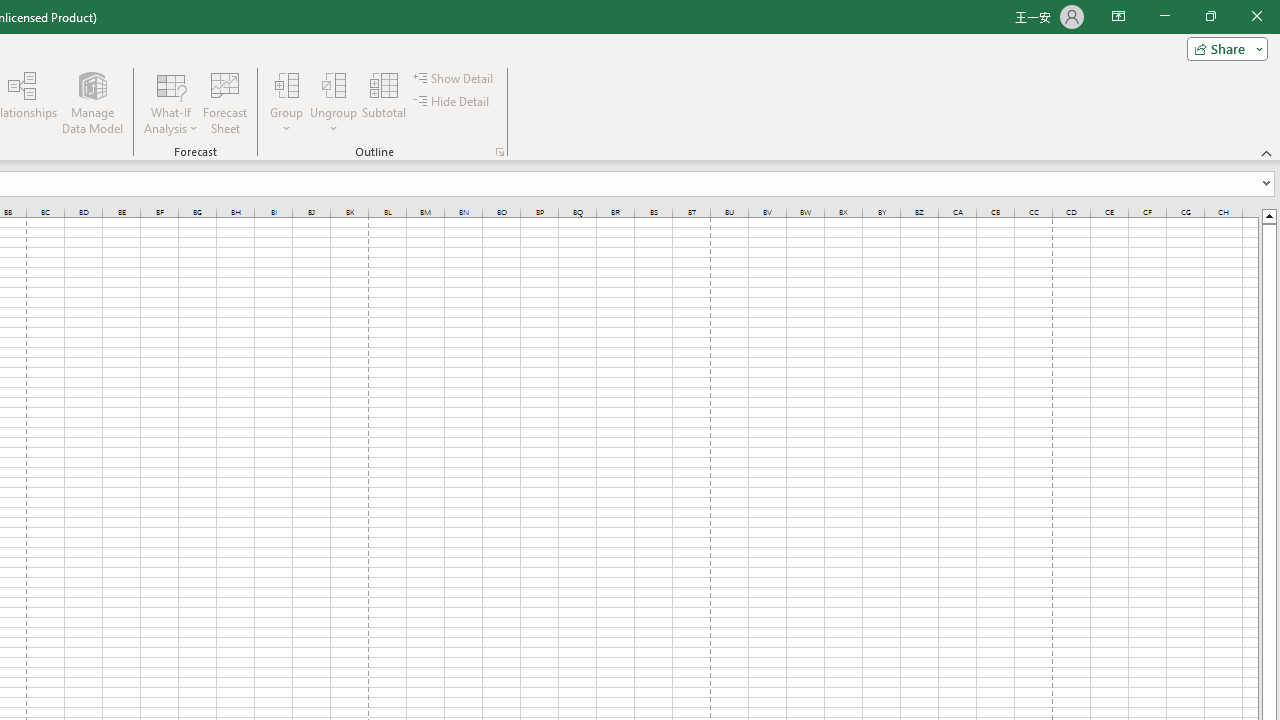 Image resolution: width=1280 pixels, height=720 pixels. Describe the element at coordinates (1164, 16) in the screenshot. I see `'Minimize'` at that location.